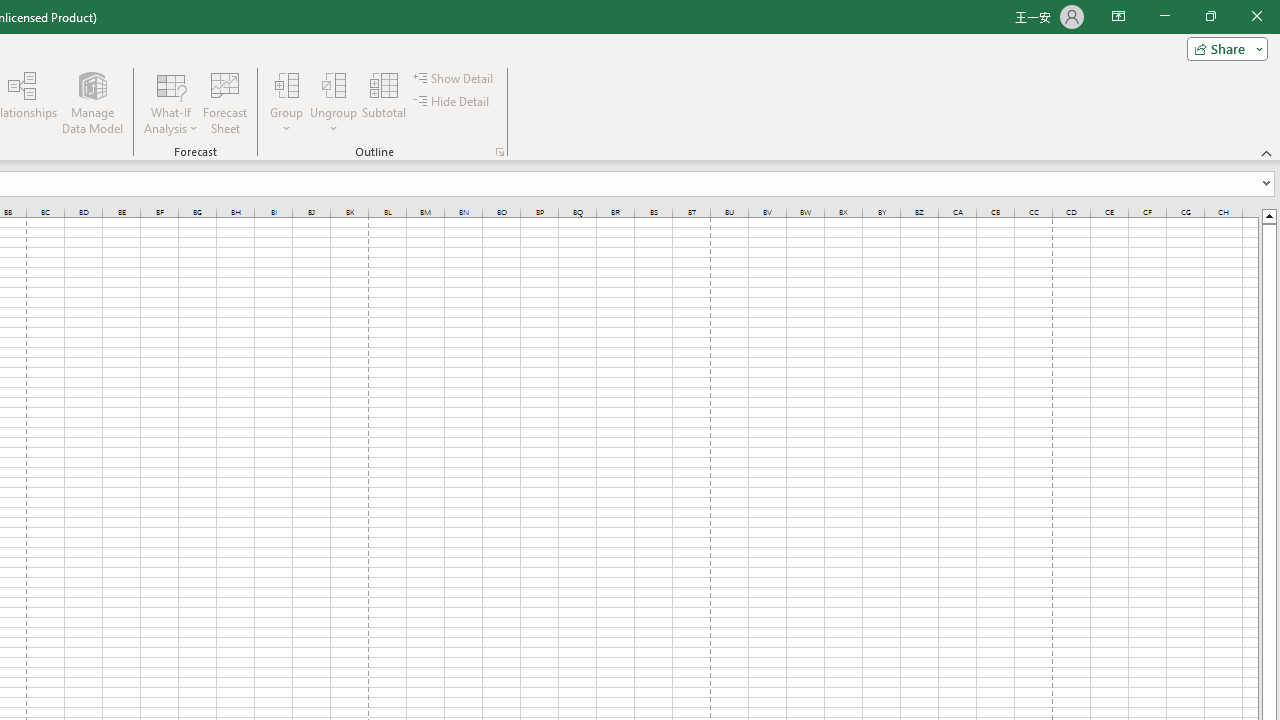 Image resolution: width=1280 pixels, height=720 pixels. Describe the element at coordinates (1164, 16) in the screenshot. I see `'Minimize'` at that location.